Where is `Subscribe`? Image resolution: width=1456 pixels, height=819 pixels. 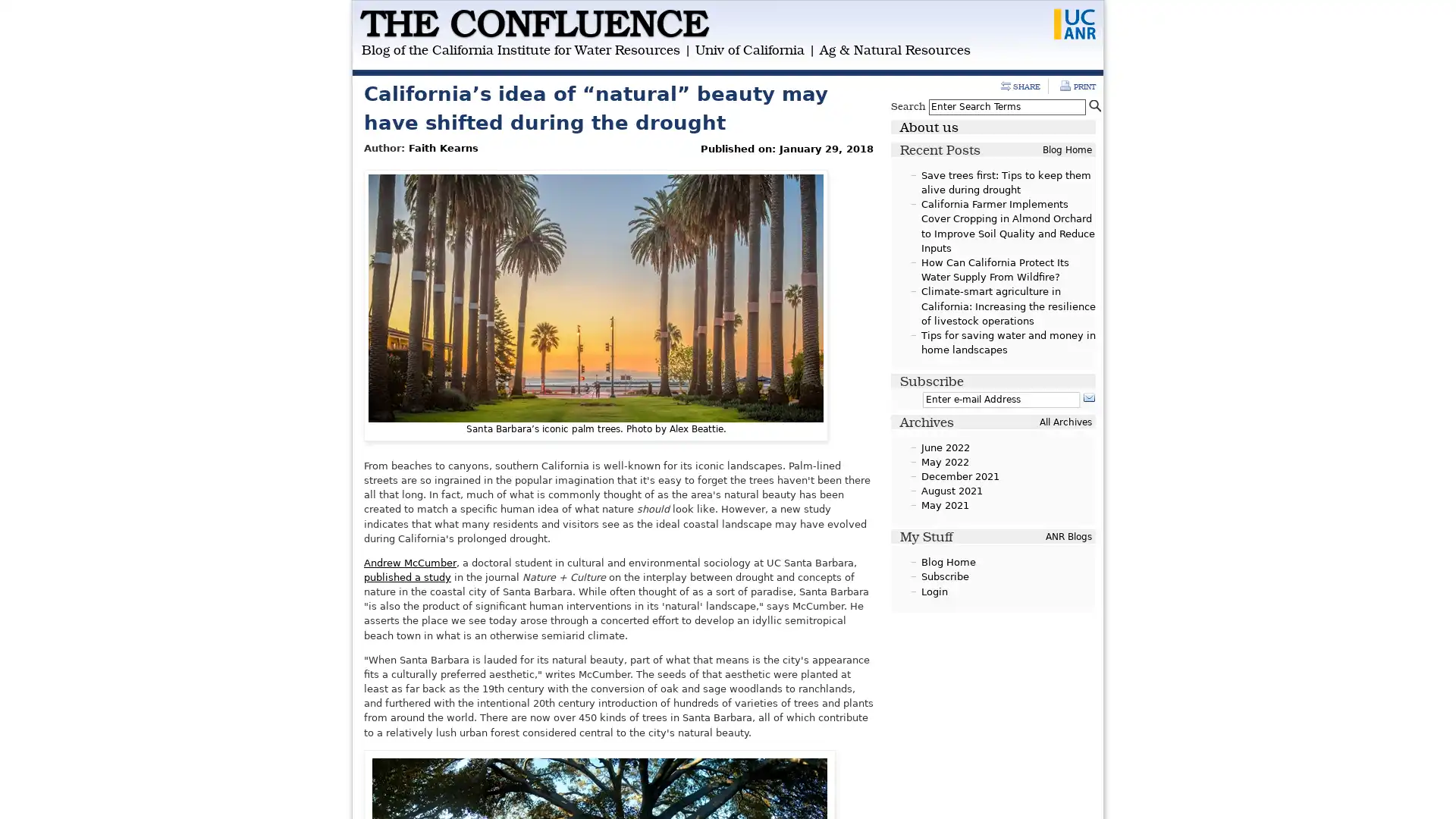 Subscribe is located at coordinates (1088, 397).